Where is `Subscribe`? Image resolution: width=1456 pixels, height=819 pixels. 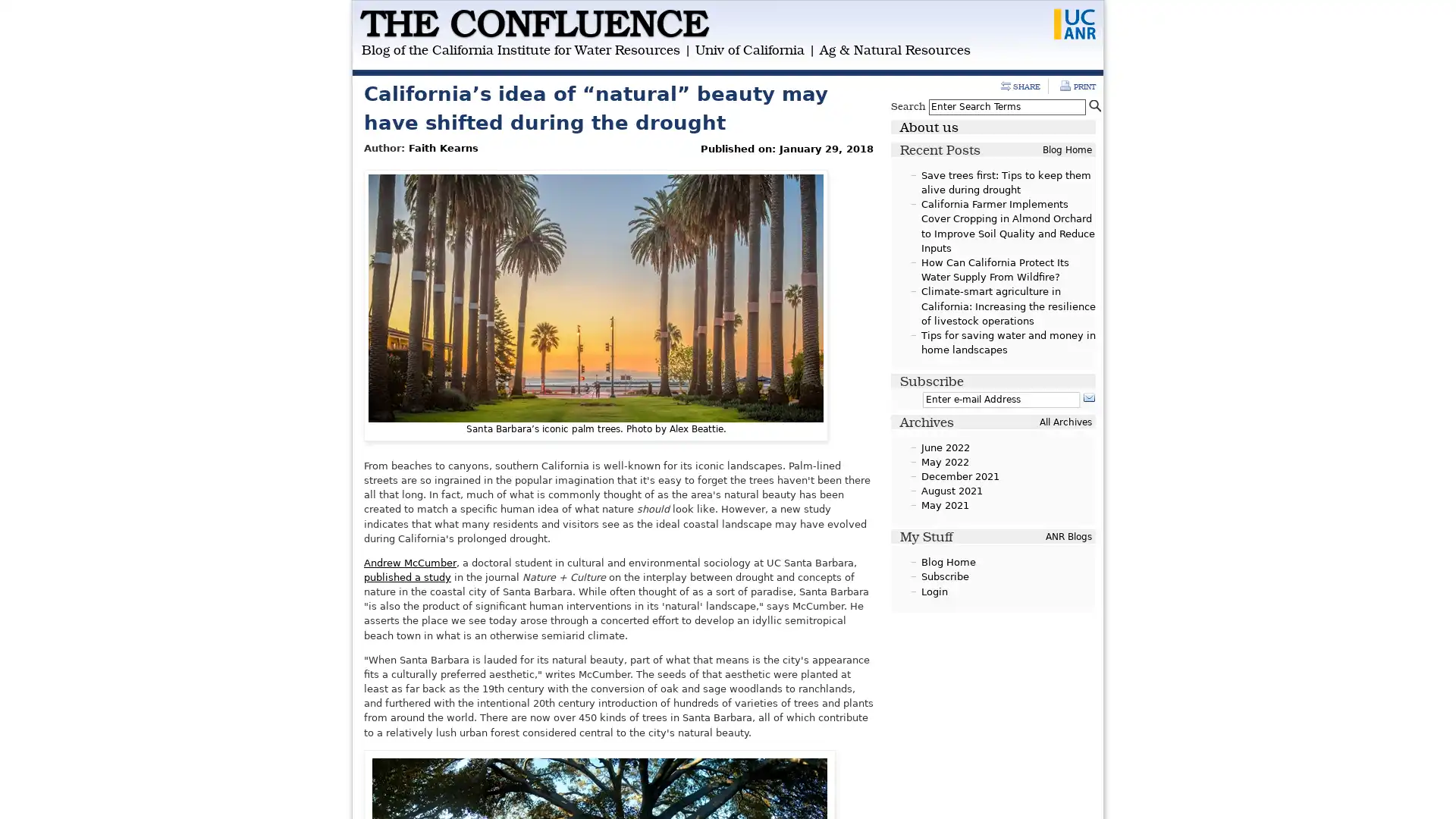 Subscribe is located at coordinates (1088, 397).